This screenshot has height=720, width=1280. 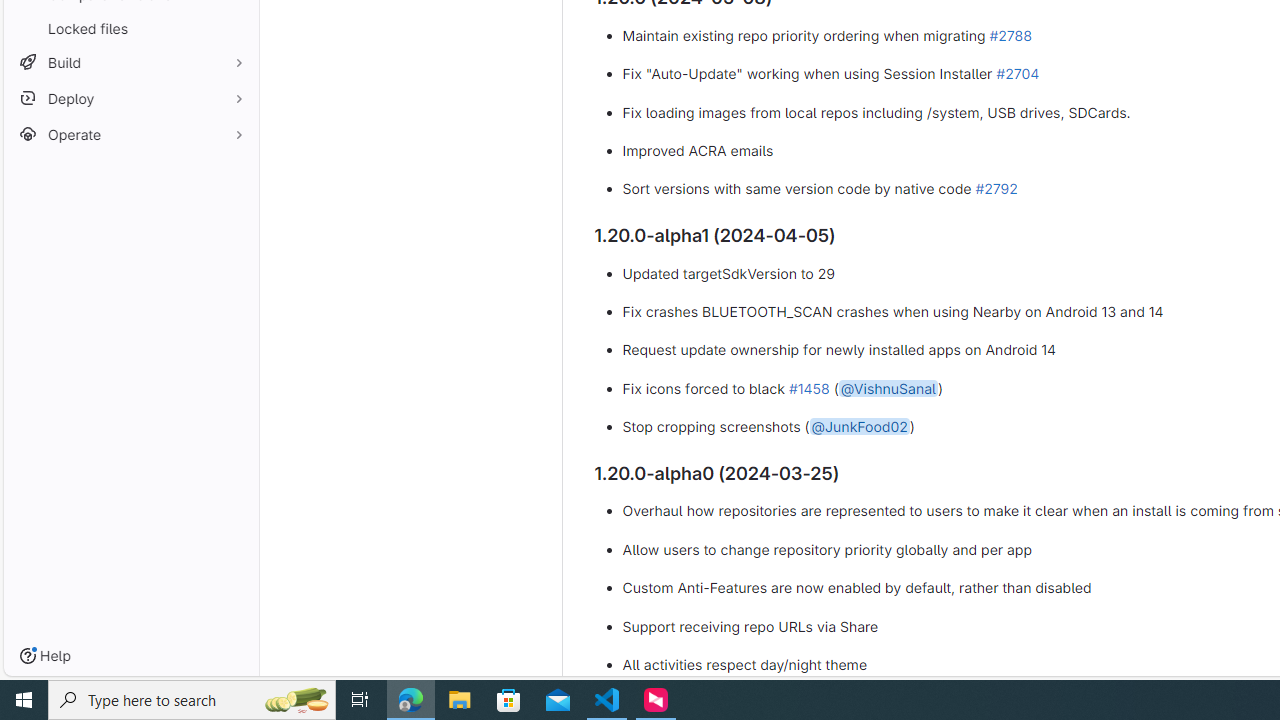 What do you see at coordinates (859, 426) in the screenshot?
I see `'@JunkFood02'` at bounding box center [859, 426].